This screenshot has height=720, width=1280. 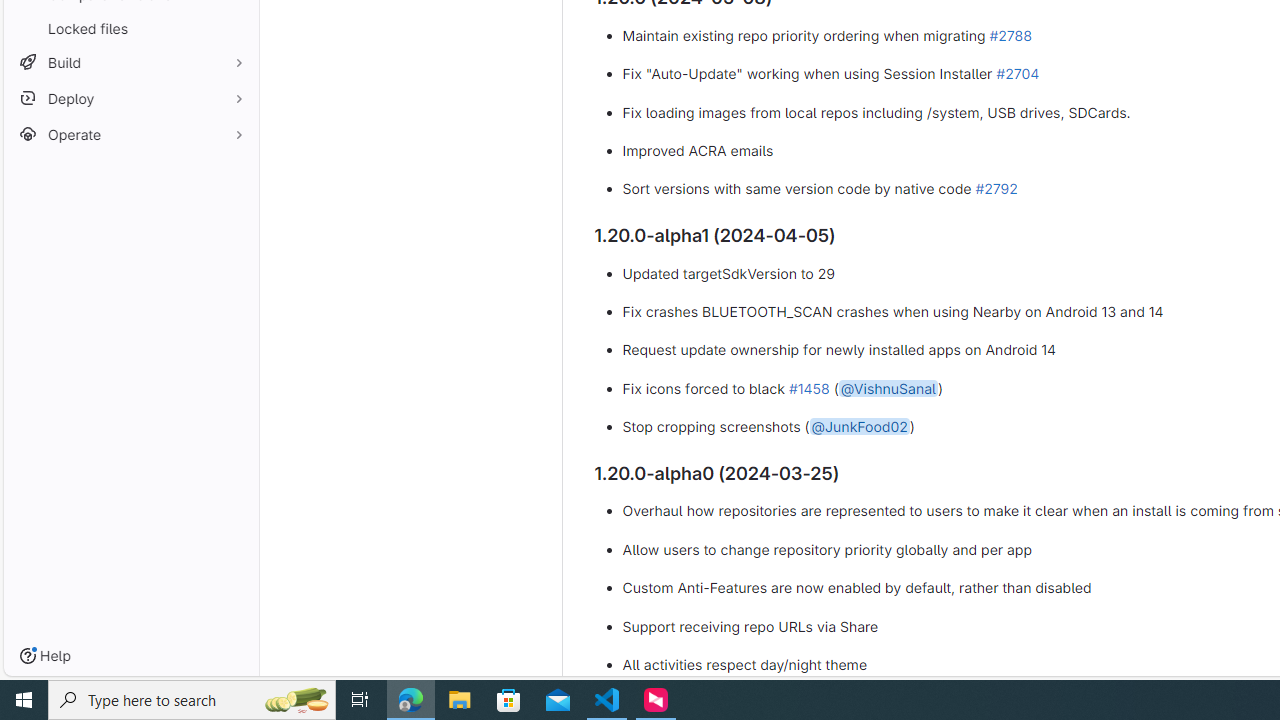 What do you see at coordinates (859, 426) in the screenshot?
I see `'@JunkFood02'` at bounding box center [859, 426].